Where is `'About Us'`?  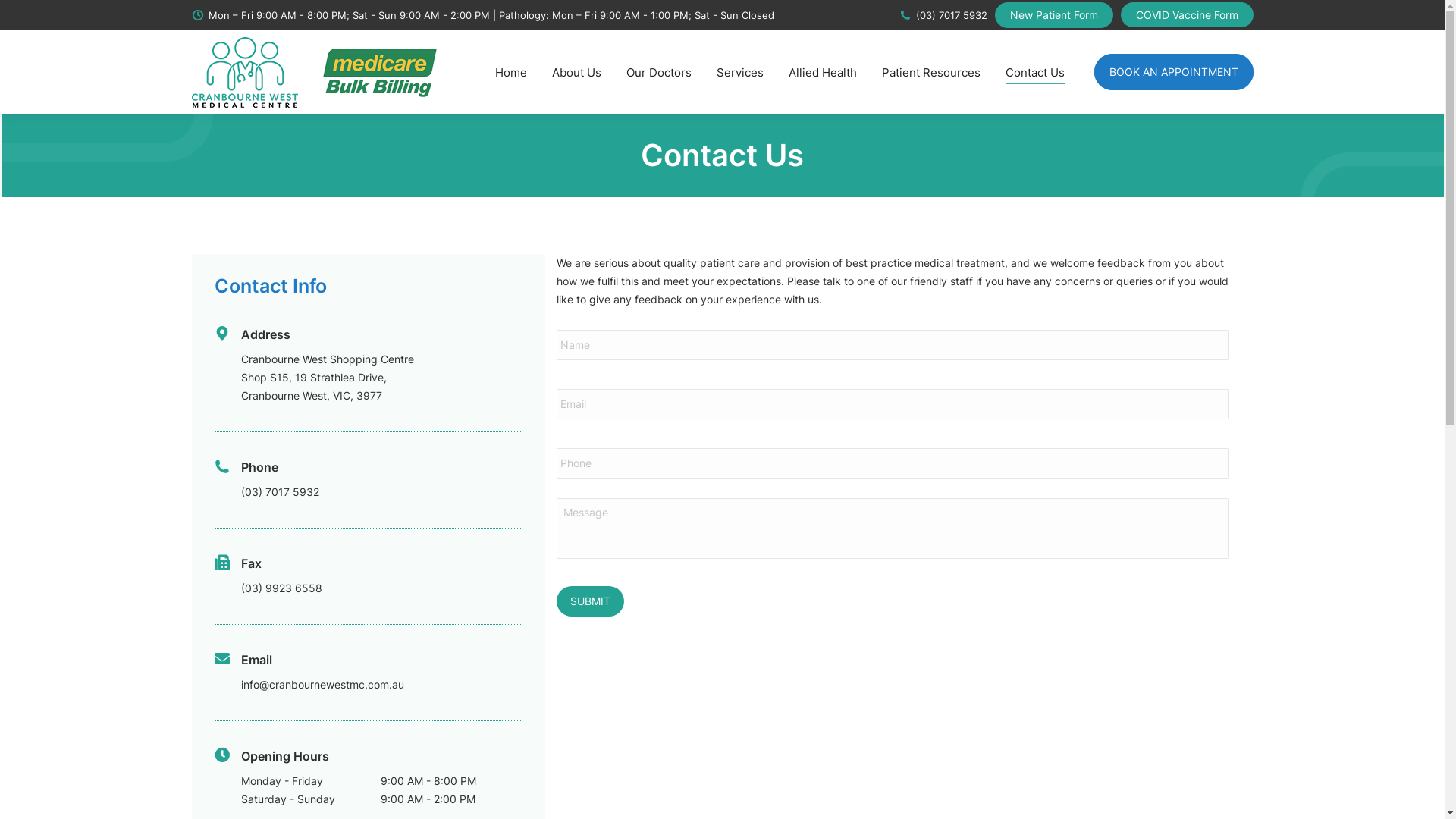
'About Us' is located at coordinates (576, 72).